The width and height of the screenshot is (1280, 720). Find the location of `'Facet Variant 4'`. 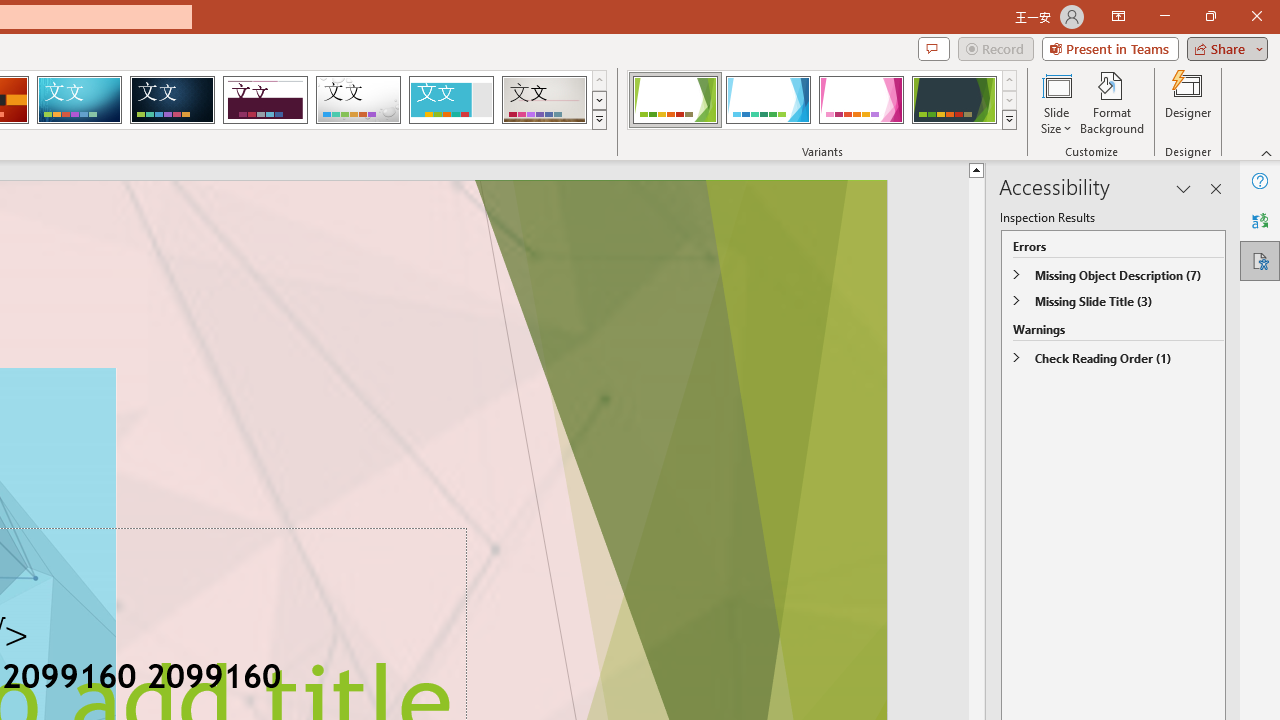

'Facet Variant 4' is located at coordinates (953, 100).